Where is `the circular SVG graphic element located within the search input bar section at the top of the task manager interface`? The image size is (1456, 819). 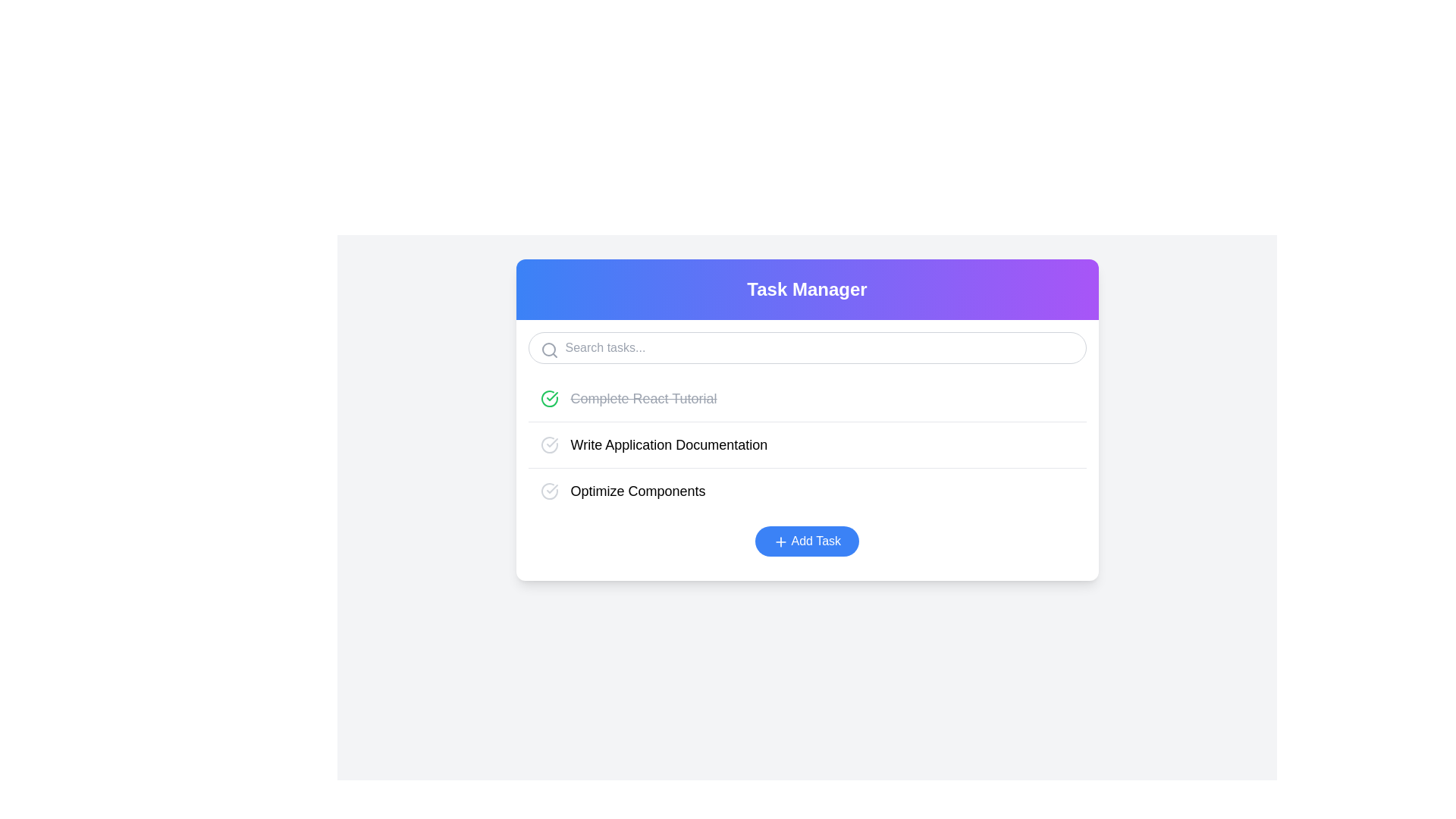
the circular SVG graphic element located within the search input bar section at the top of the task manager interface is located at coordinates (548, 350).